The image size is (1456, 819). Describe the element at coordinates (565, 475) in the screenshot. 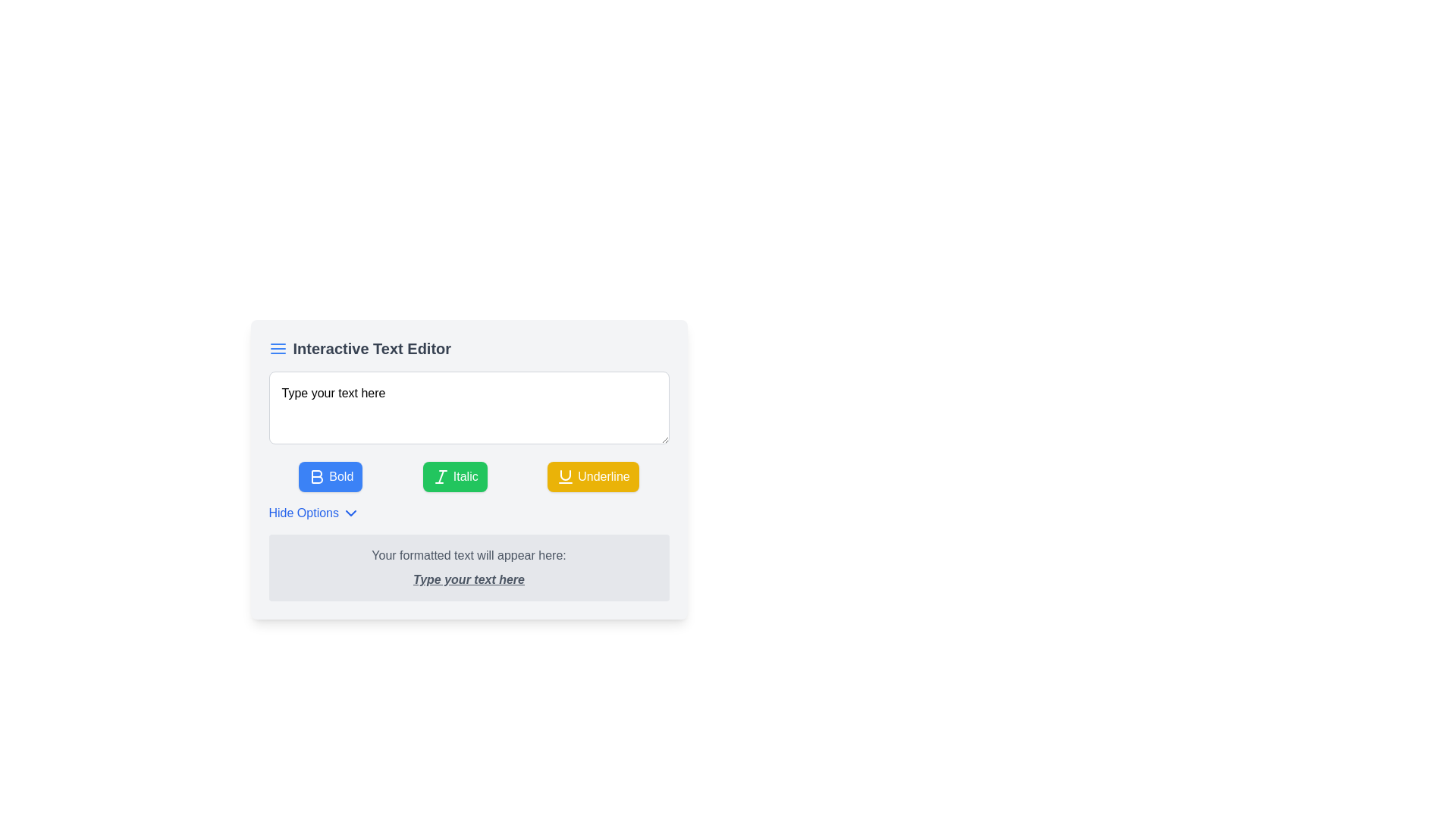

I see `the 'Underline' icon, which features a U-shaped glyph with a horizontal line below it, located within the button with a yellow background and white text, positioned among three text formatting buttons below the text input field` at that location.